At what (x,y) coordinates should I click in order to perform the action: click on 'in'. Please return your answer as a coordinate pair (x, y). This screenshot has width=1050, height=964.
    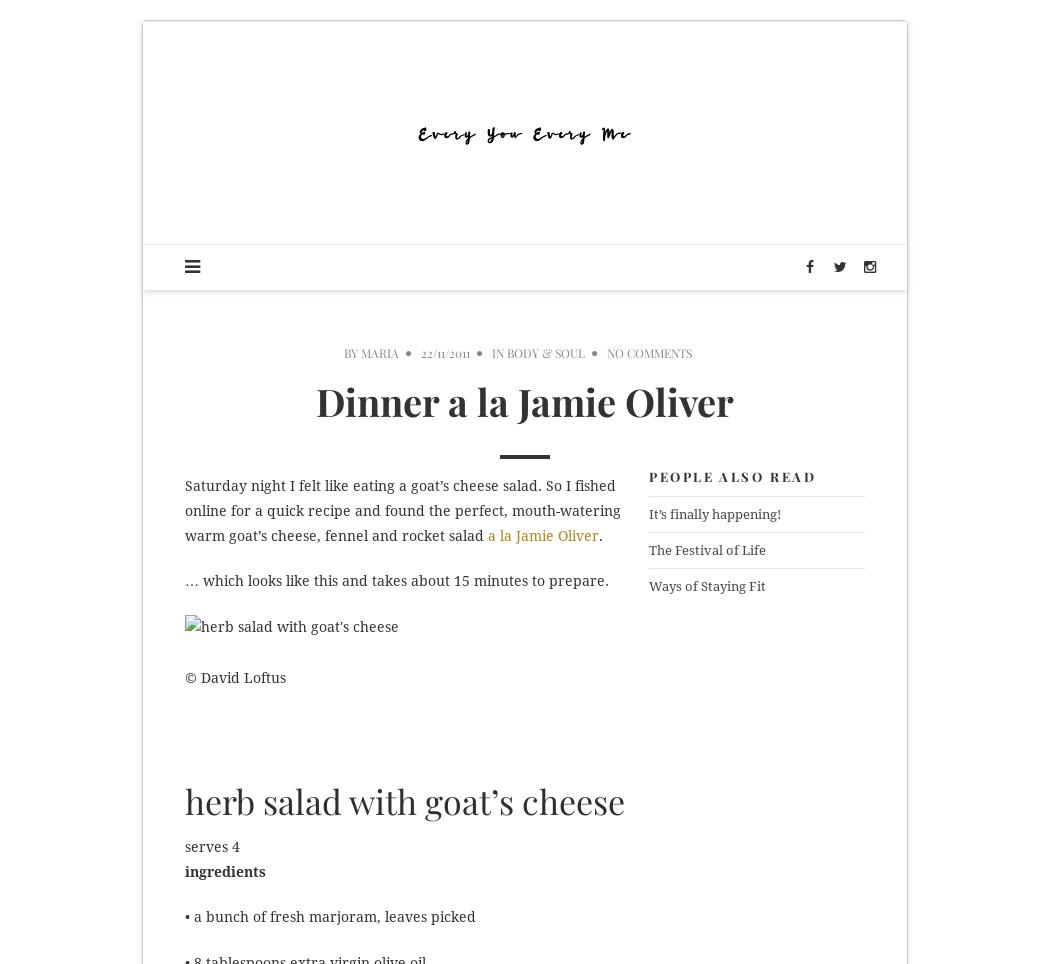
    Looking at the image, I should click on (498, 352).